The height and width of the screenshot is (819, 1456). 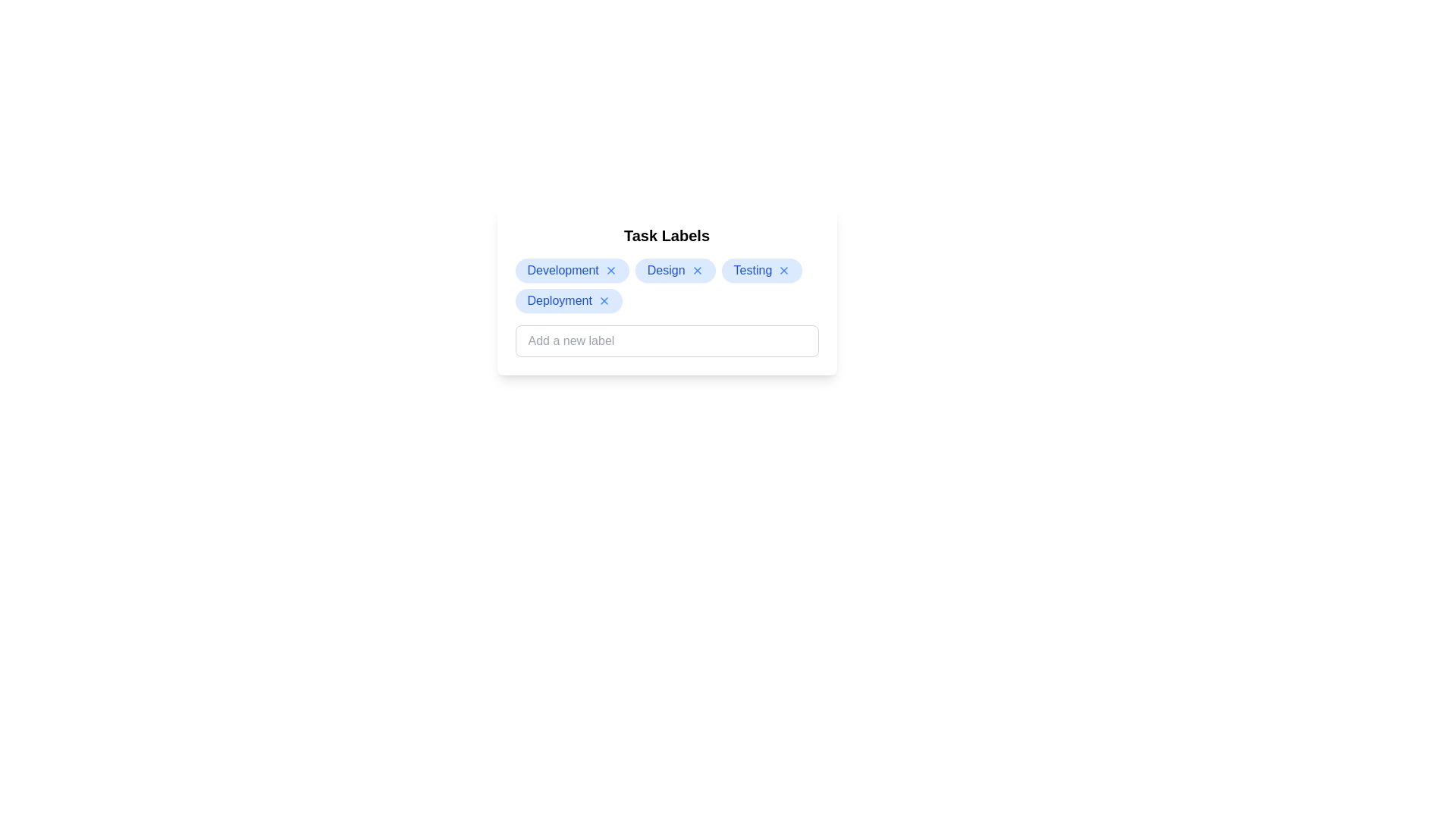 What do you see at coordinates (603, 301) in the screenshot?
I see `the blue 'X' icon button located on the right end of the 'Deployment' label` at bounding box center [603, 301].